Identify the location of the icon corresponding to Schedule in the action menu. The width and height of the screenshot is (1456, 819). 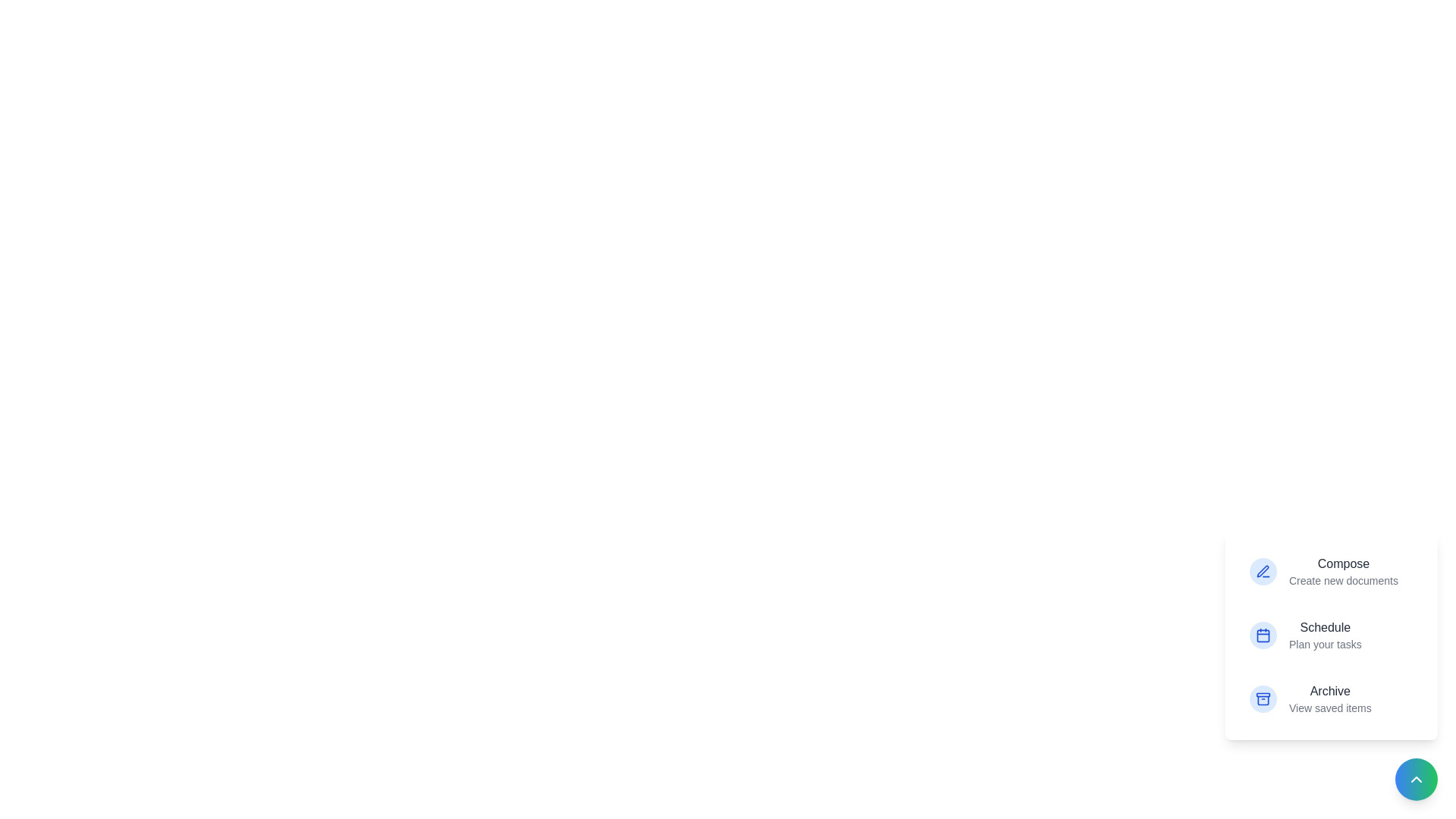
(1263, 635).